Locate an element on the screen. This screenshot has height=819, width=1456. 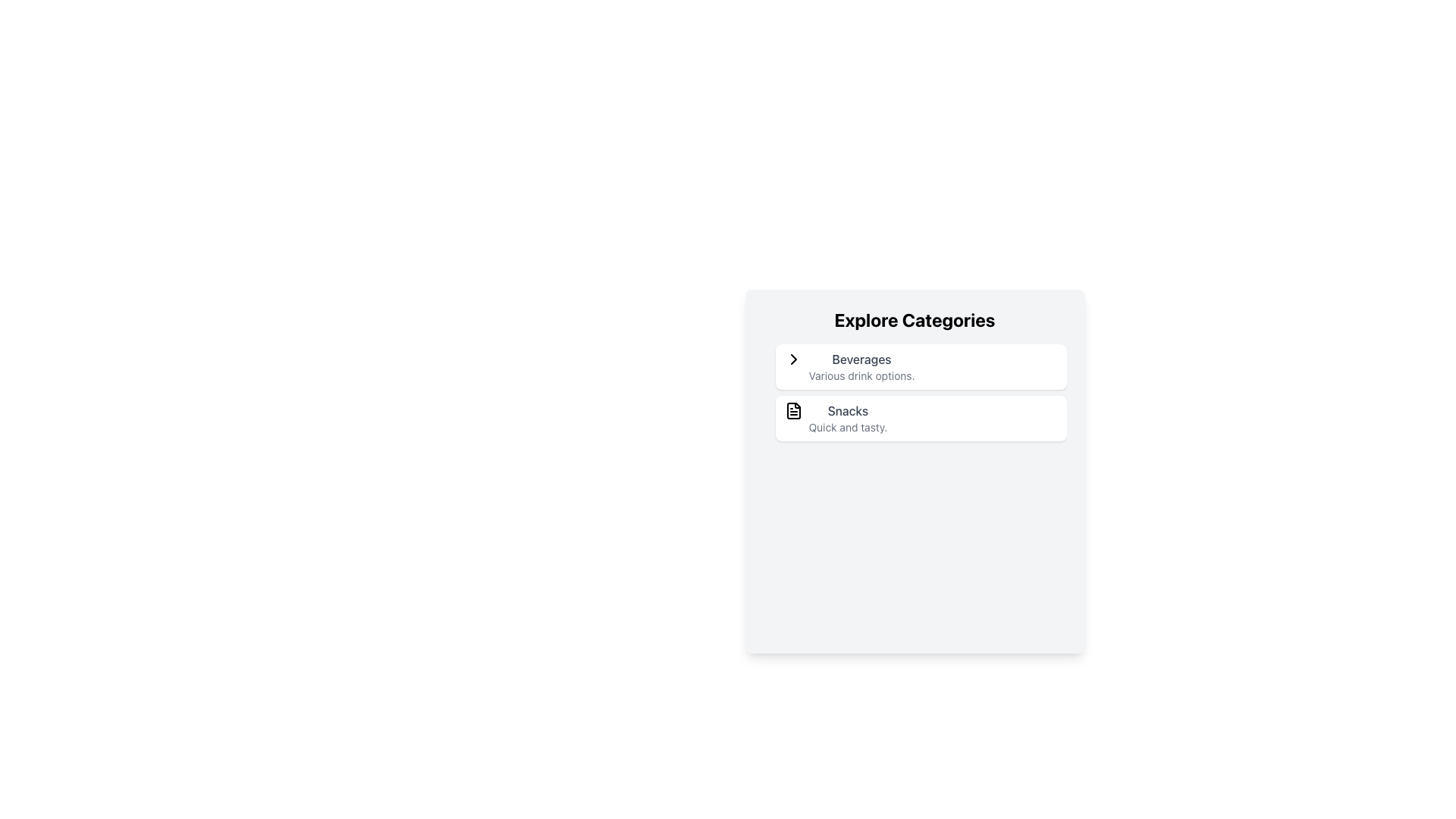
the 'Snacks' text label is located at coordinates (847, 411).